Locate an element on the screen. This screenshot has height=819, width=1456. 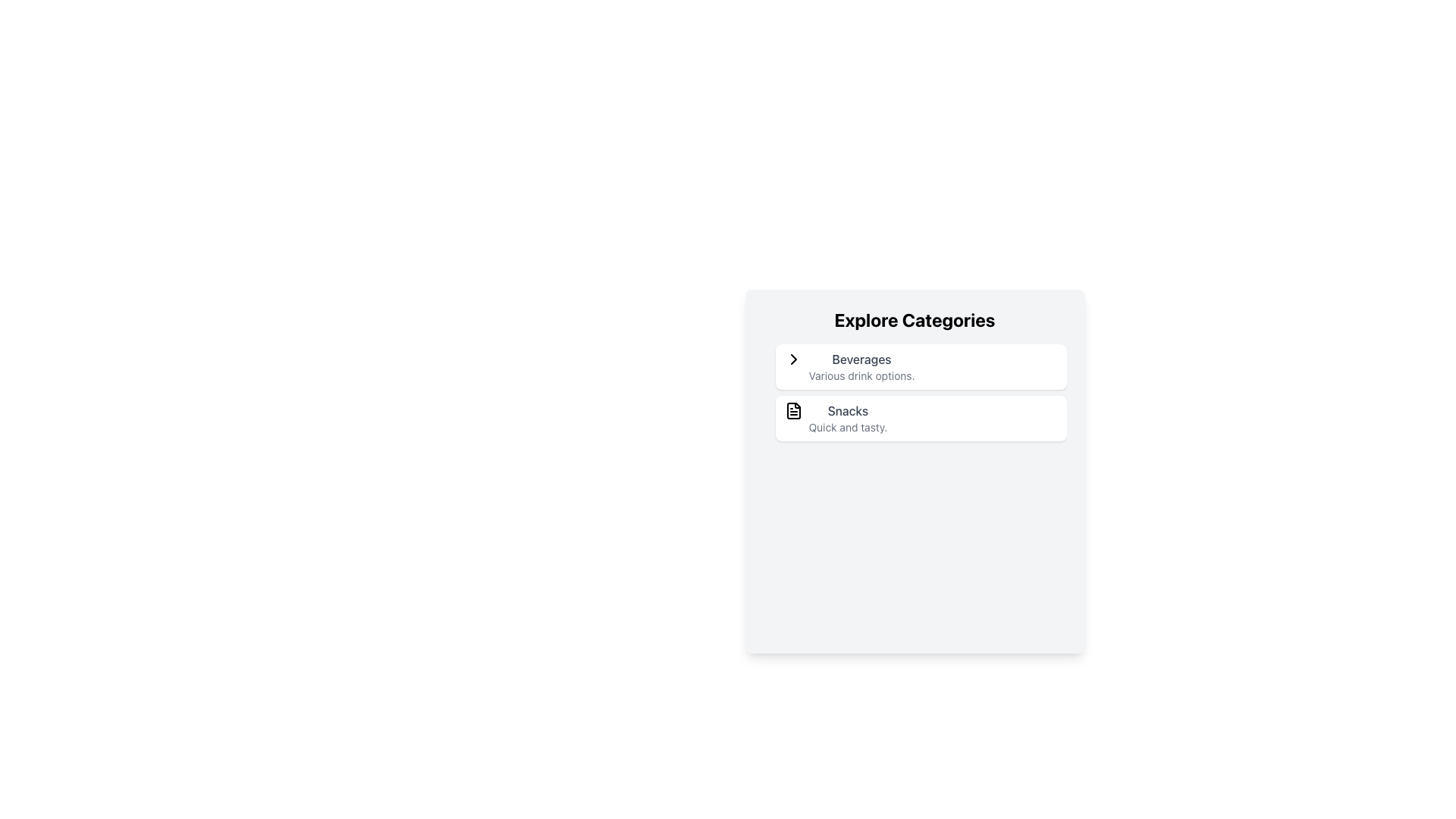
the 'Snacks' text label is located at coordinates (847, 411).